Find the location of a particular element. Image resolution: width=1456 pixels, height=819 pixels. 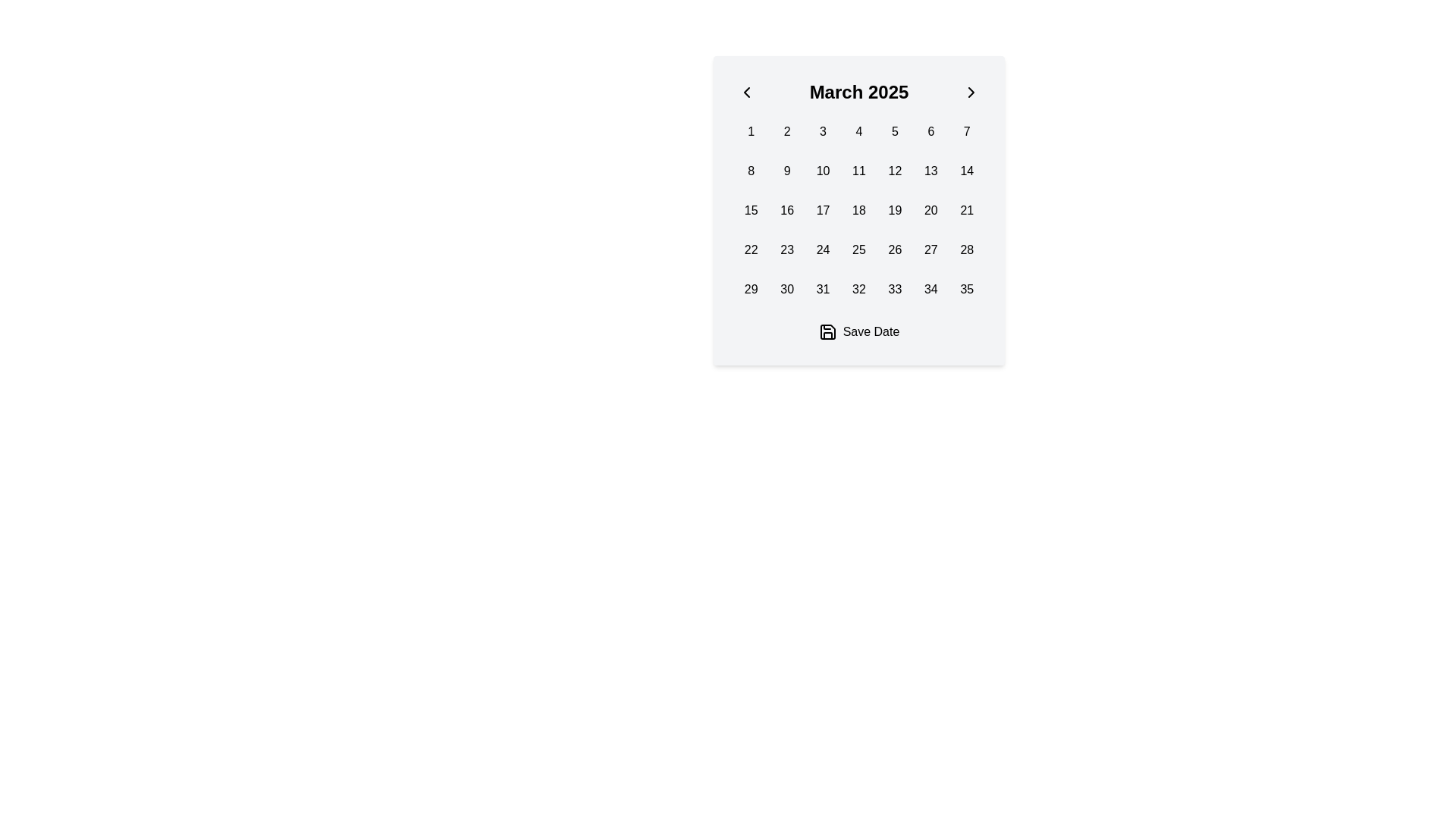

the rounded rectangular button labeled '28' is located at coordinates (966, 249).